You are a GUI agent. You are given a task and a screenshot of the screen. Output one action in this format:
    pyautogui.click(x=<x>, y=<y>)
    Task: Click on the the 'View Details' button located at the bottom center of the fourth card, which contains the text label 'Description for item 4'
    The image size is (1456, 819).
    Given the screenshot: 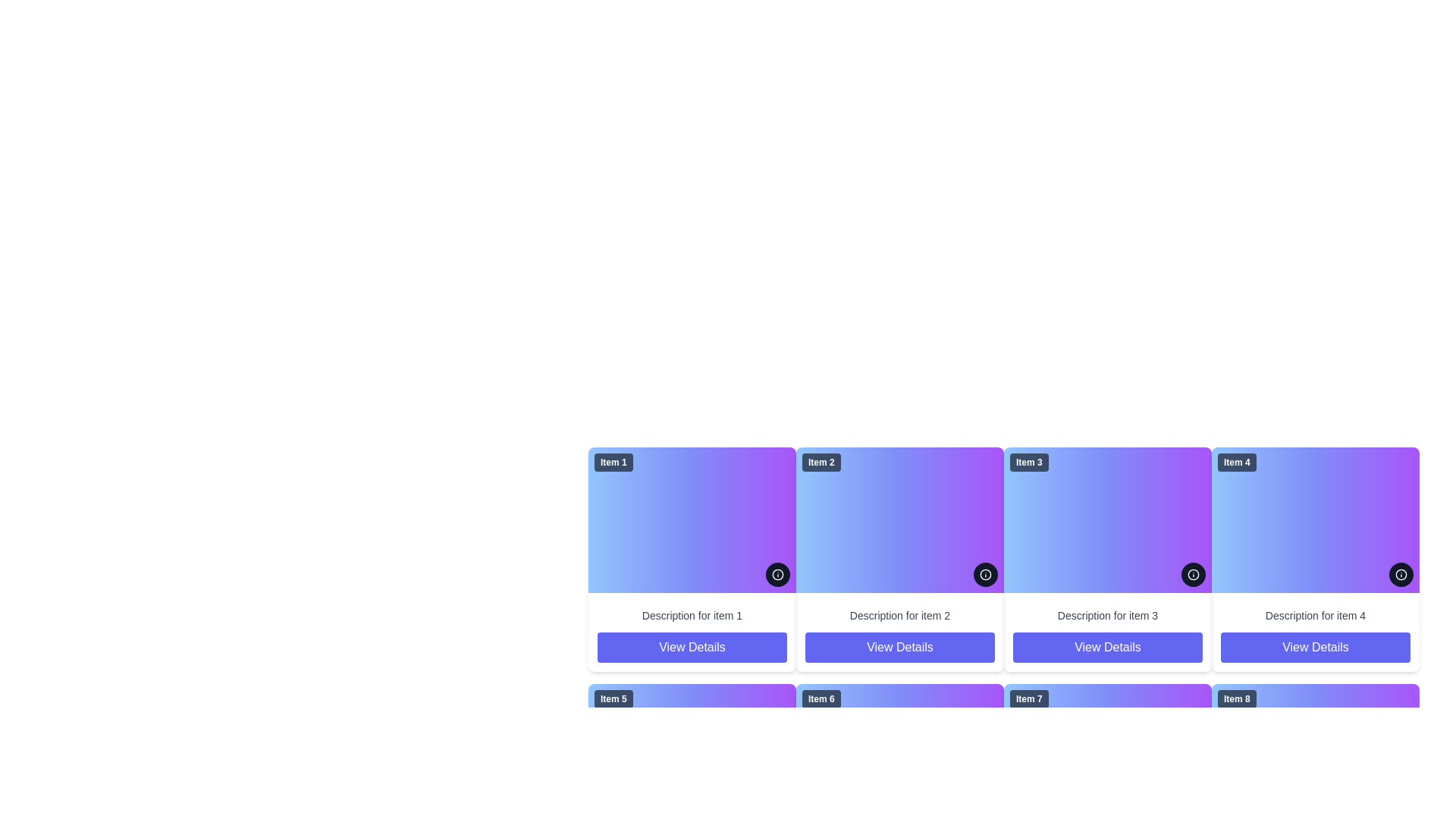 What is the action you would take?
    pyautogui.click(x=1314, y=632)
    